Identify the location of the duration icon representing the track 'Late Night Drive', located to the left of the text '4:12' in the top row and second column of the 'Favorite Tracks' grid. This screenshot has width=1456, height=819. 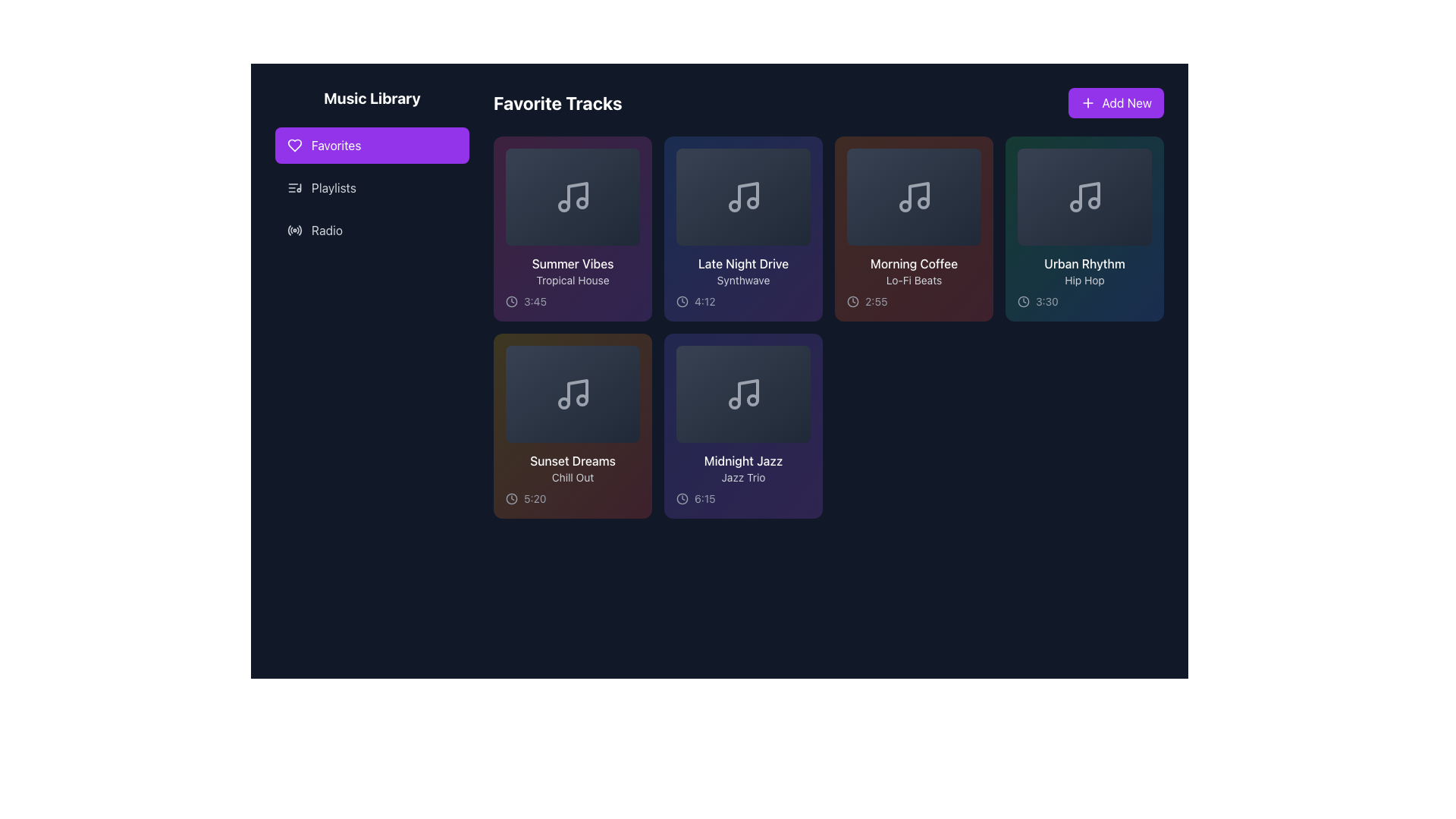
(682, 301).